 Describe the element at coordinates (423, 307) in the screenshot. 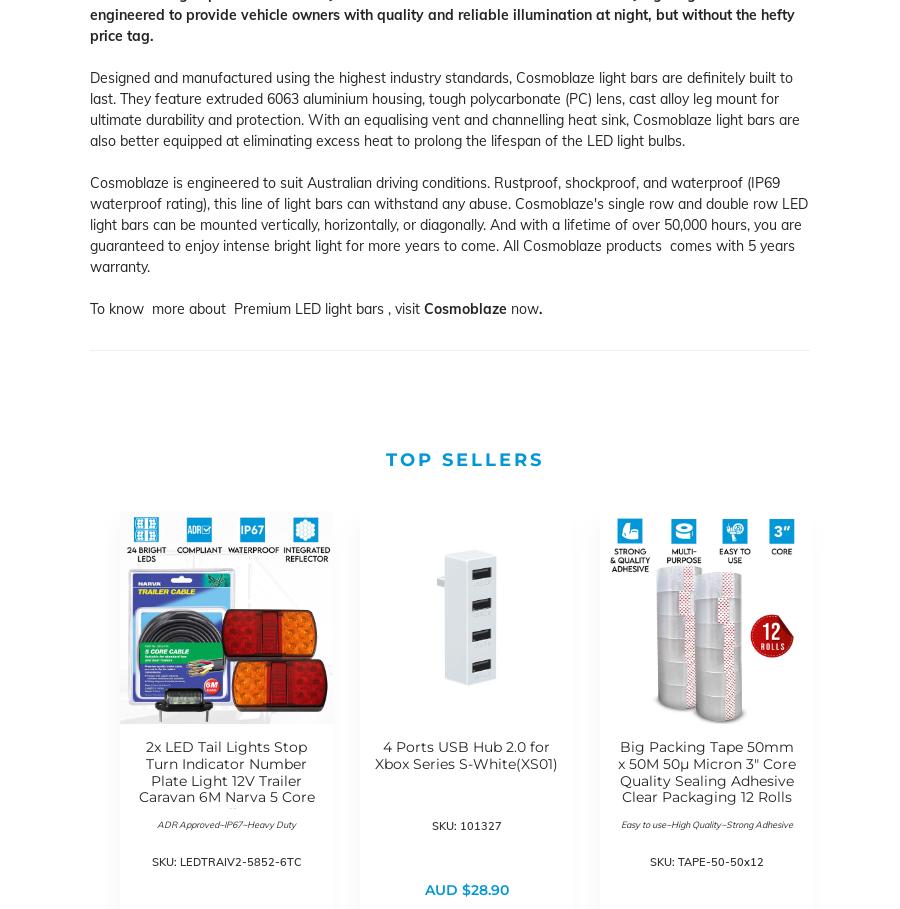

I see `'Cosmoblaze'` at that location.